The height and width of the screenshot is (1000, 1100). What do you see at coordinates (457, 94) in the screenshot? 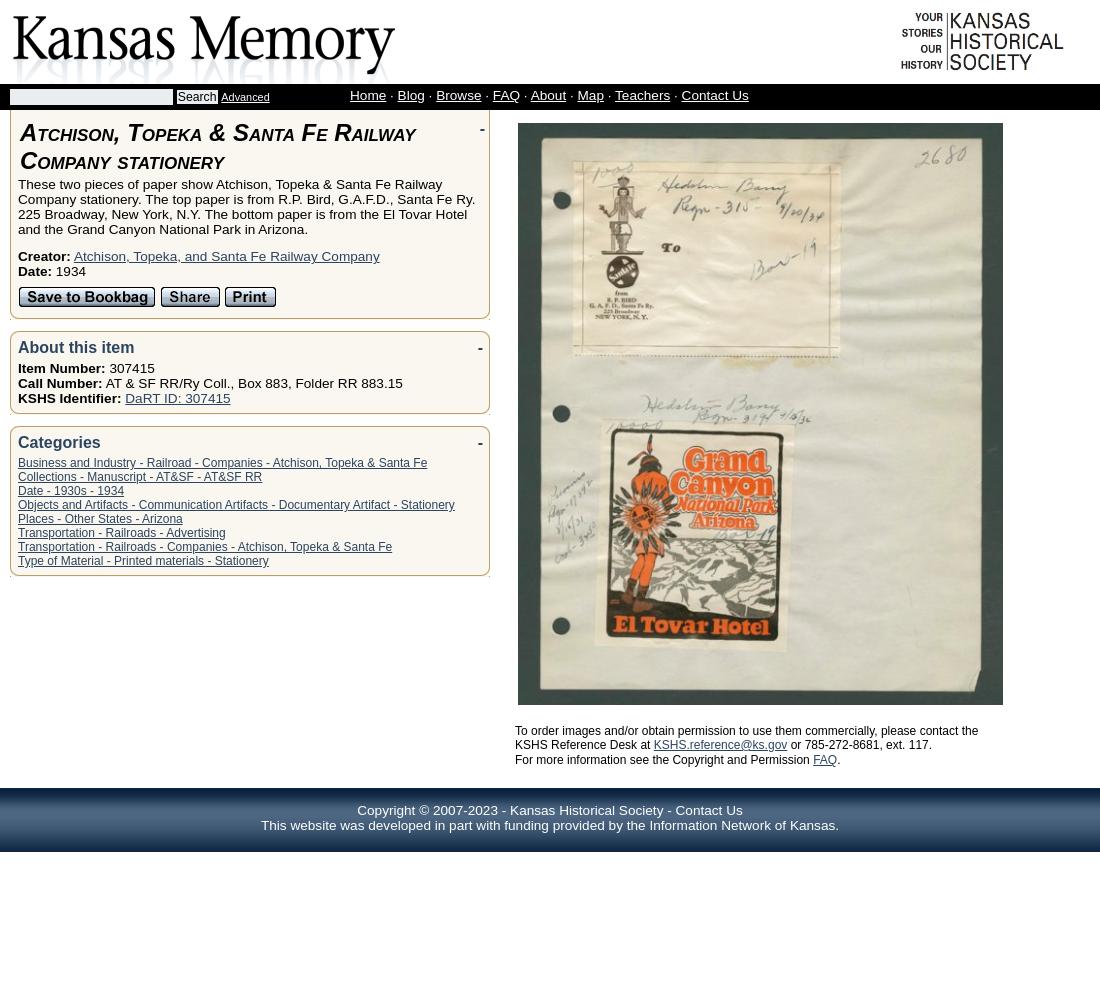
I see `'Browse'` at bounding box center [457, 94].